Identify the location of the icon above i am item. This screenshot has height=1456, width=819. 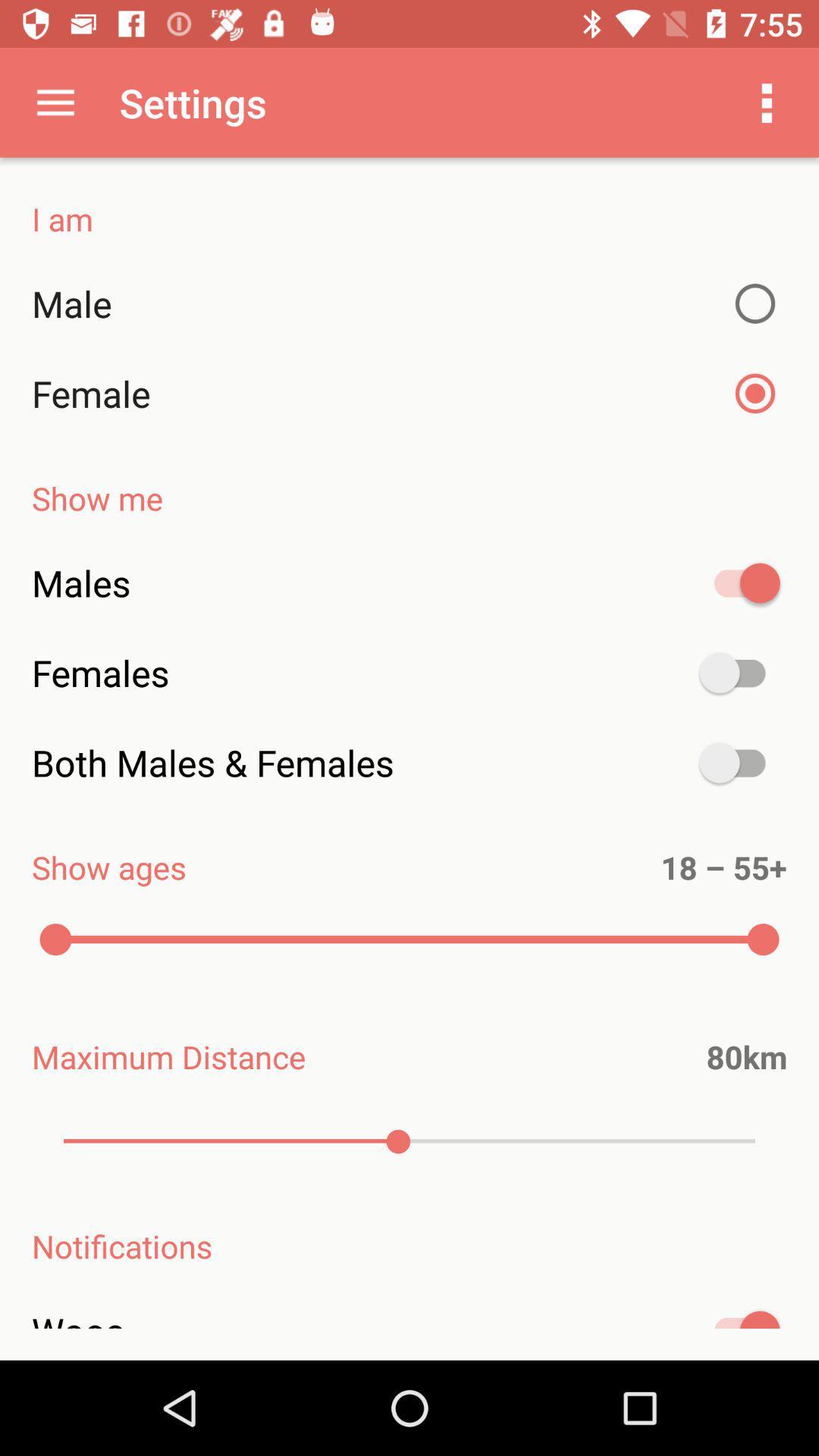
(767, 102).